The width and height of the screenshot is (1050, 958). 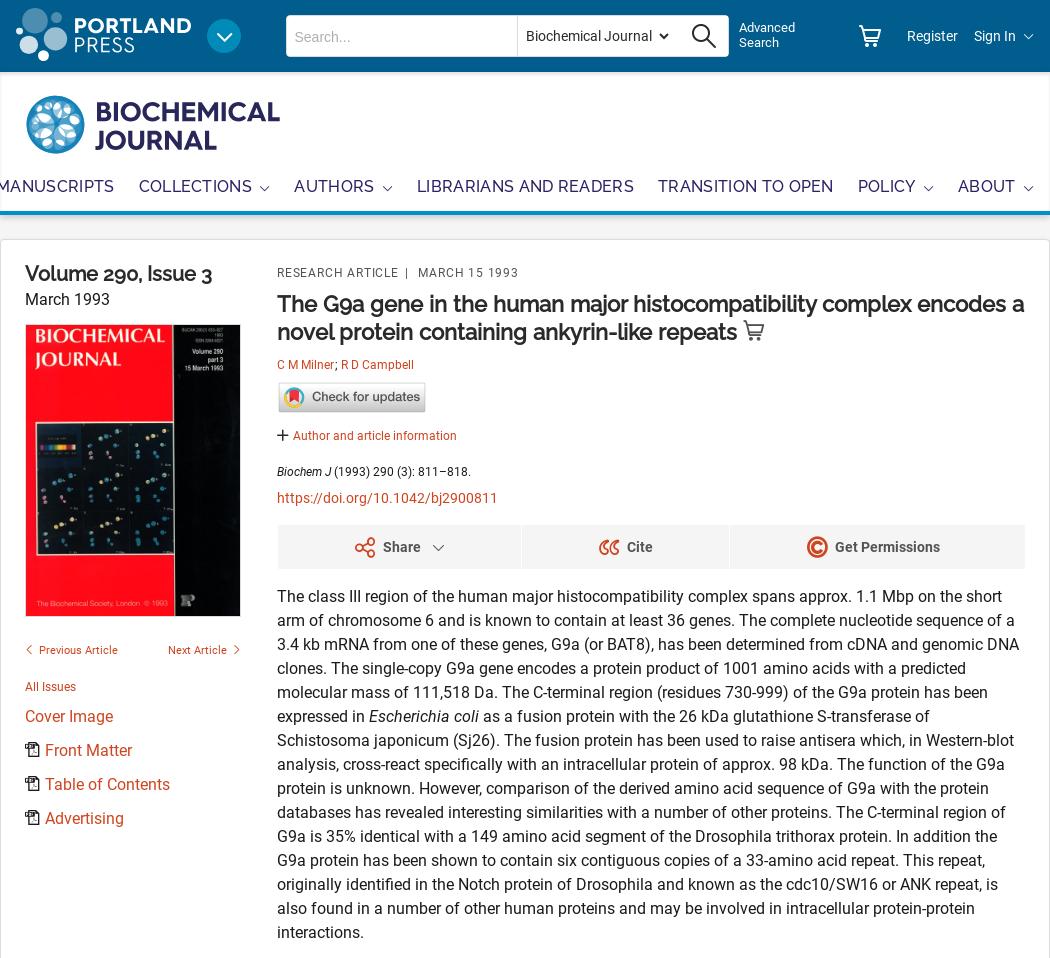 What do you see at coordinates (44, 783) in the screenshot?
I see `'Table of Contents'` at bounding box center [44, 783].